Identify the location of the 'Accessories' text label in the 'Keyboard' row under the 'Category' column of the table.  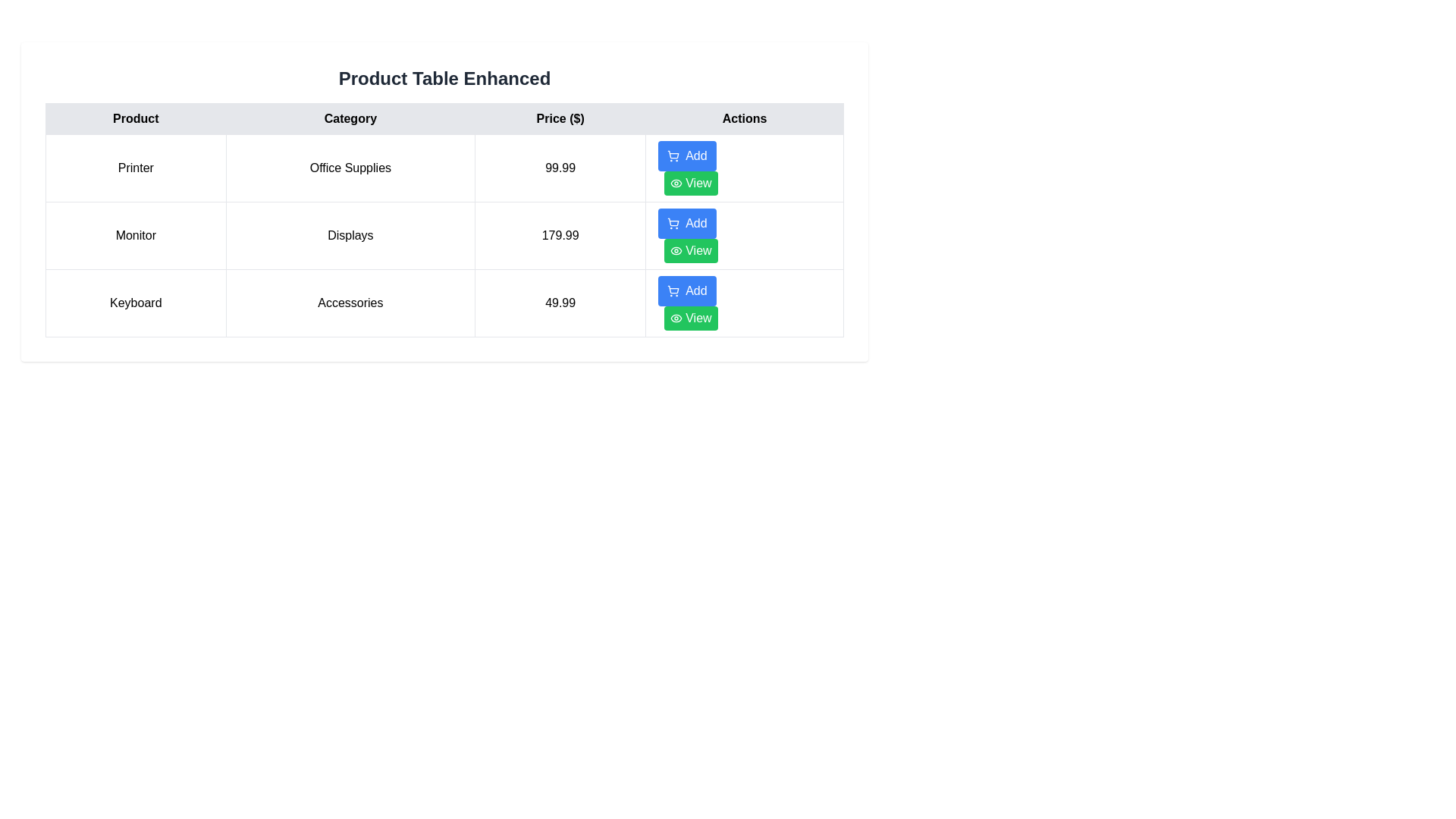
(350, 303).